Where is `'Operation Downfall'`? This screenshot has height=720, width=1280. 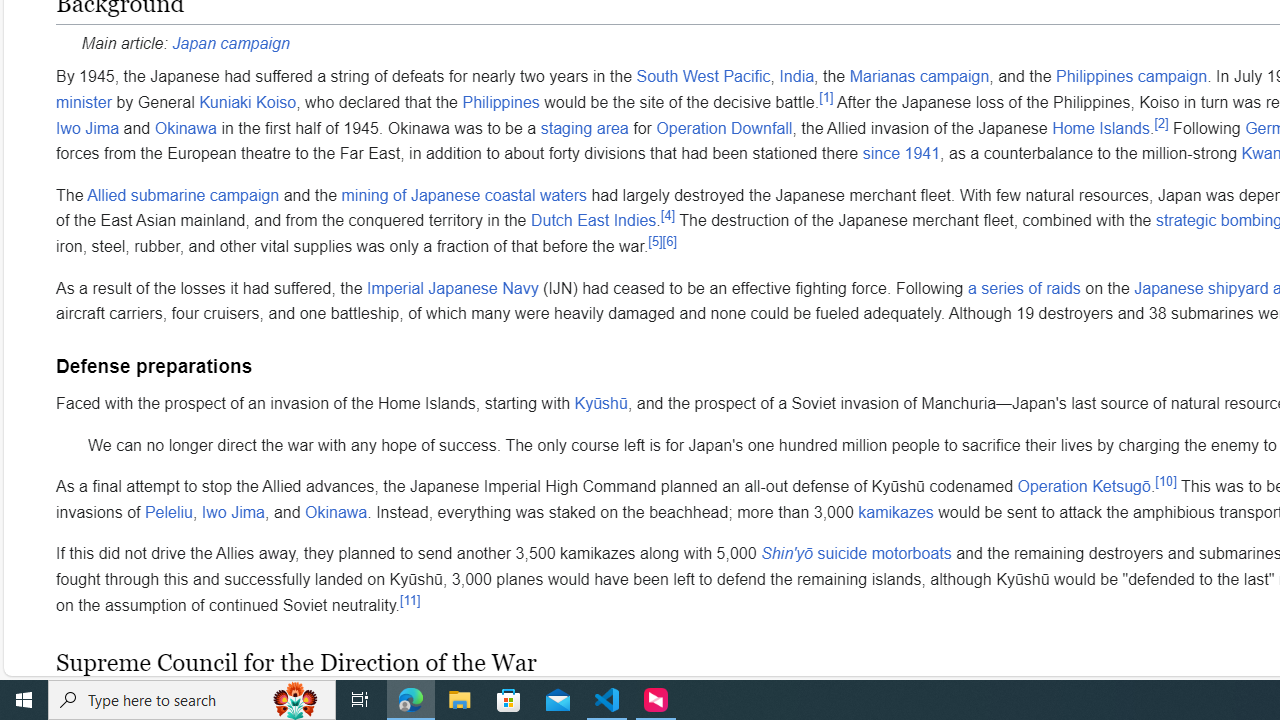
'Operation Downfall' is located at coordinates (723, 127).